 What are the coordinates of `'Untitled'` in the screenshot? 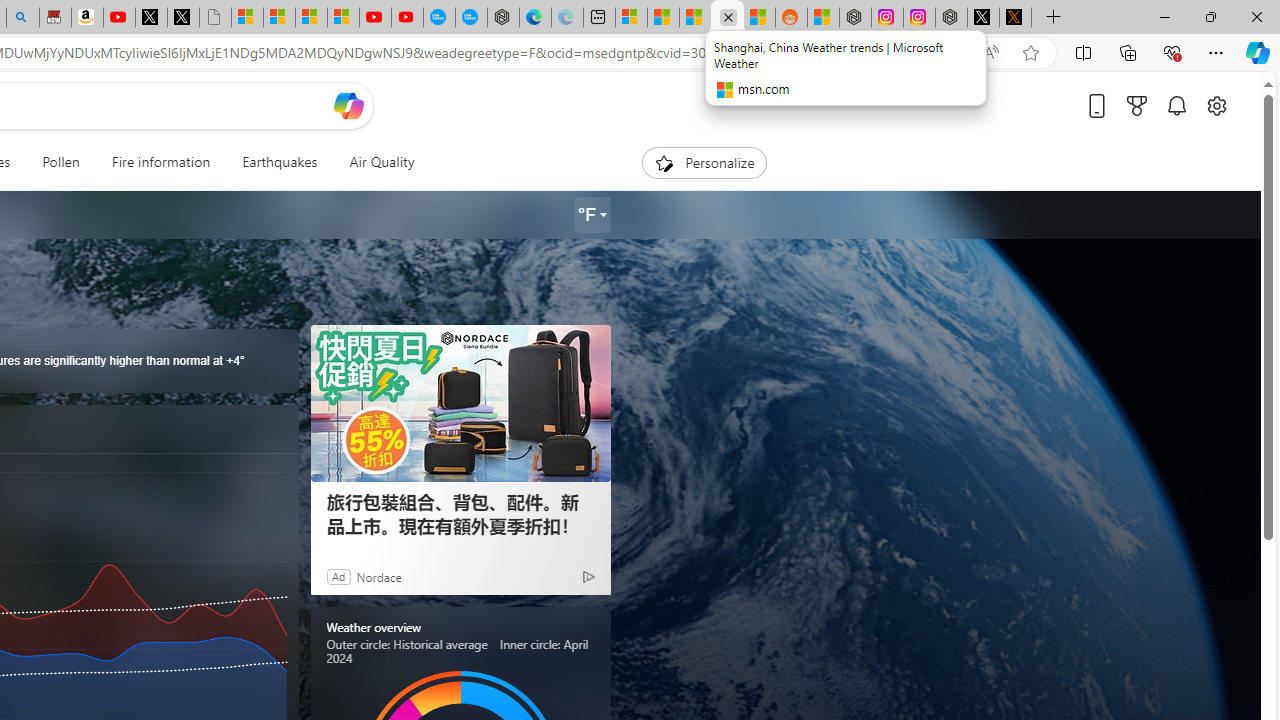 It's located at (215, 17).